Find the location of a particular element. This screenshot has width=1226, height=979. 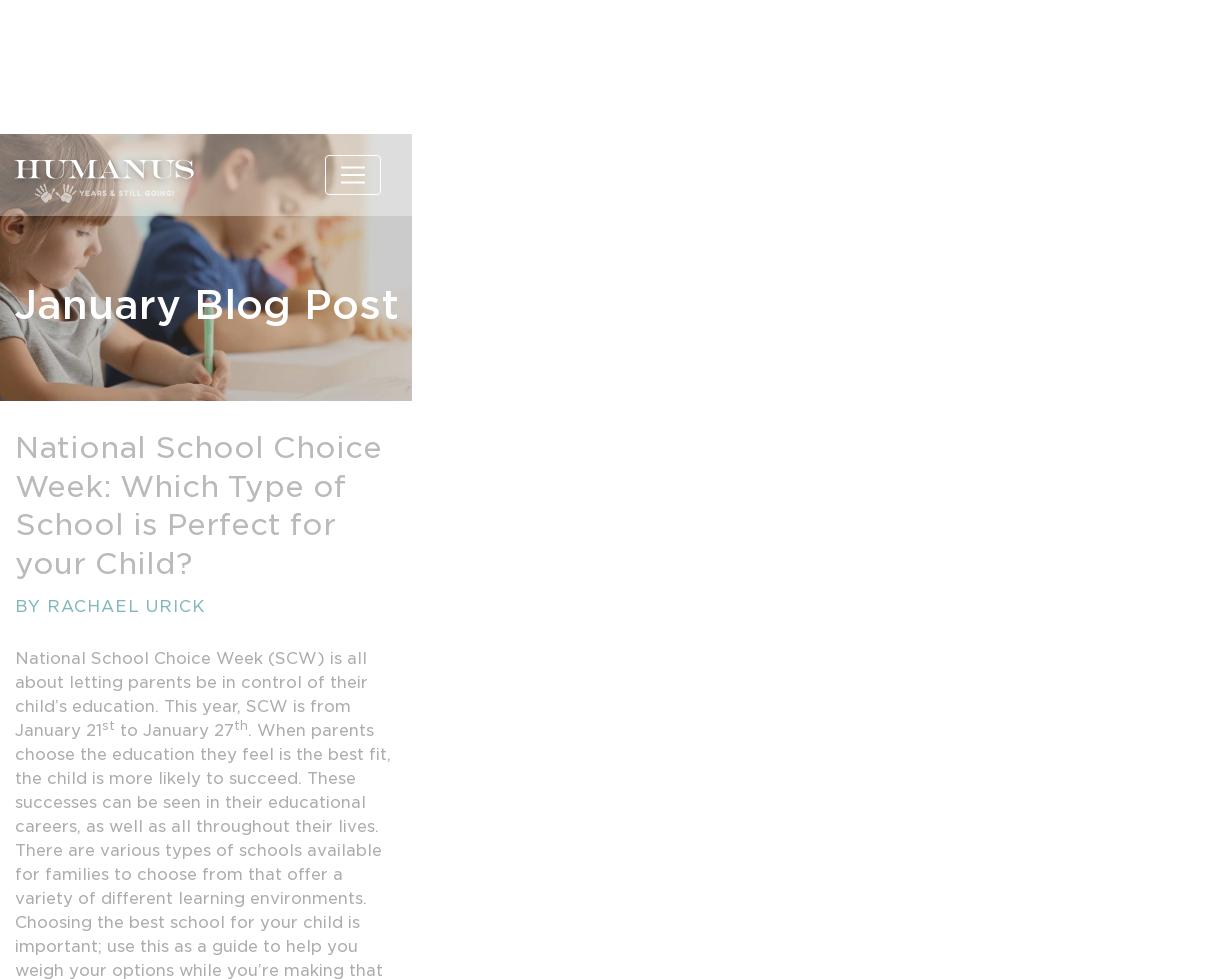

'SOURCES:' is located at coordinates (62, 843).